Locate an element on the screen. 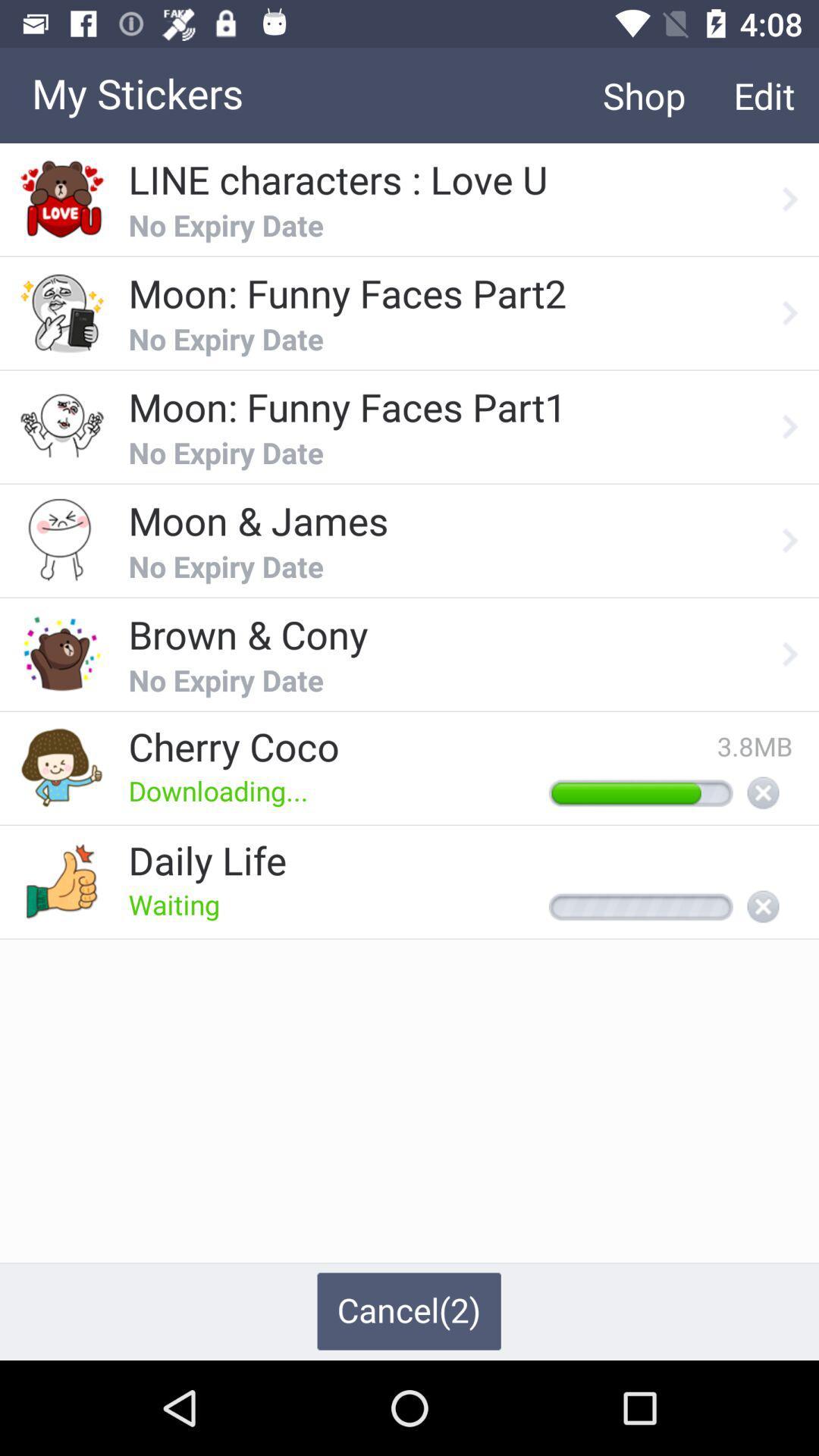 The image size is (819, 1456). cancel this download is located at coordinates (763, 793).